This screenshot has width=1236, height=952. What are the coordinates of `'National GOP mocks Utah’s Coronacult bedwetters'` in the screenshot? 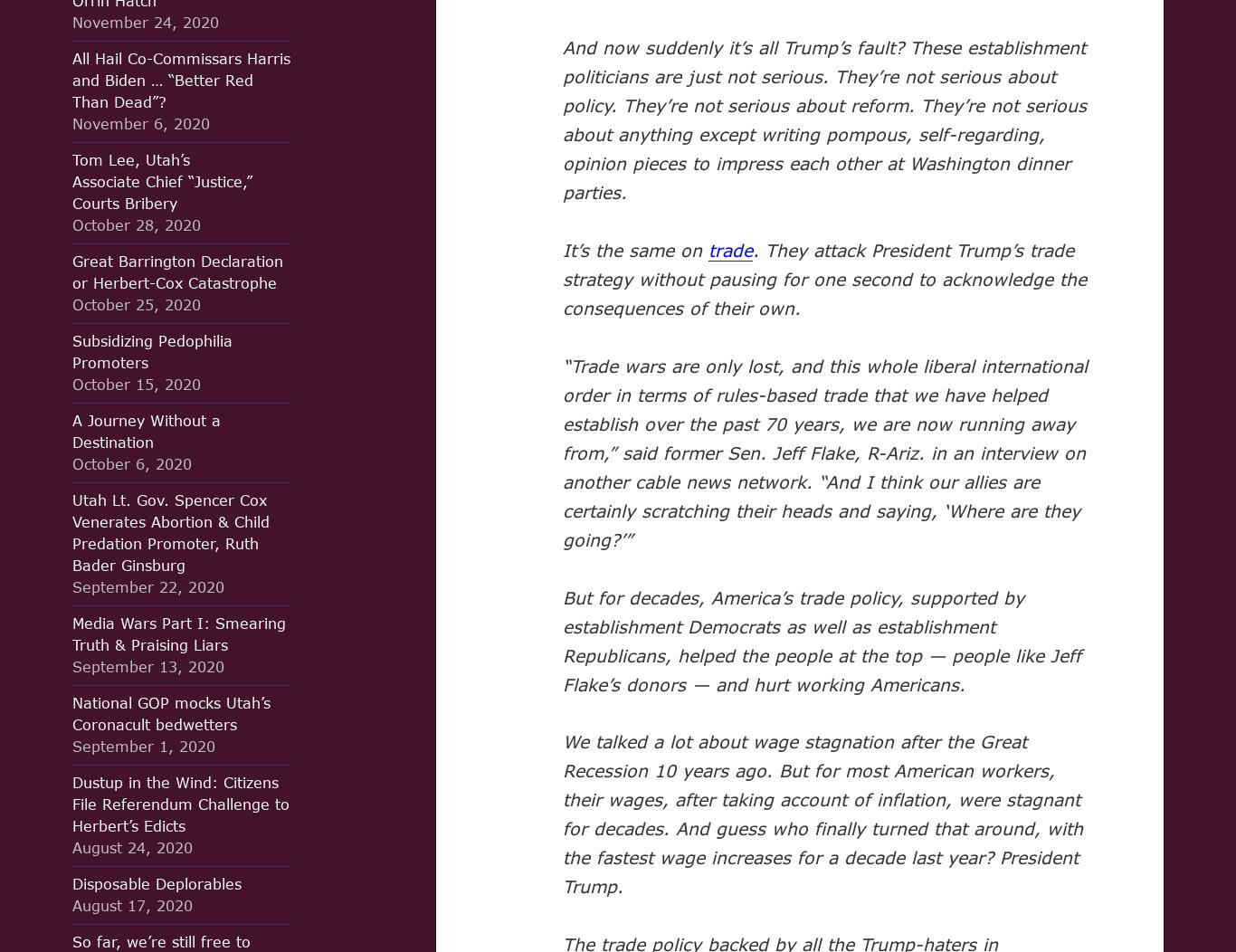 It's located at (170, 712).